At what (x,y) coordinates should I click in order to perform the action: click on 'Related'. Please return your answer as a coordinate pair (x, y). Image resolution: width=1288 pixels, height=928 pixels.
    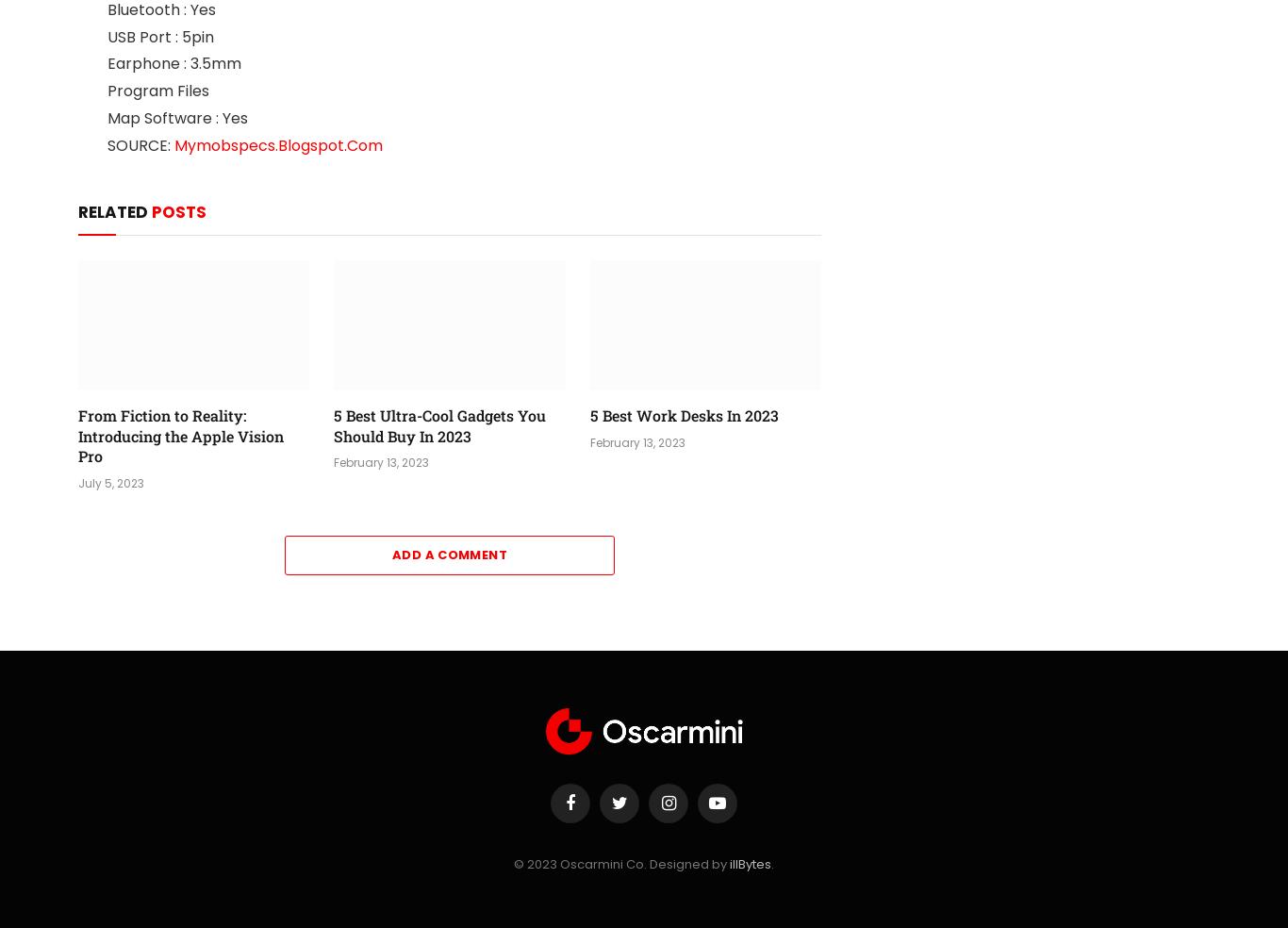
    Looking at the image, I should click on (113, 212).